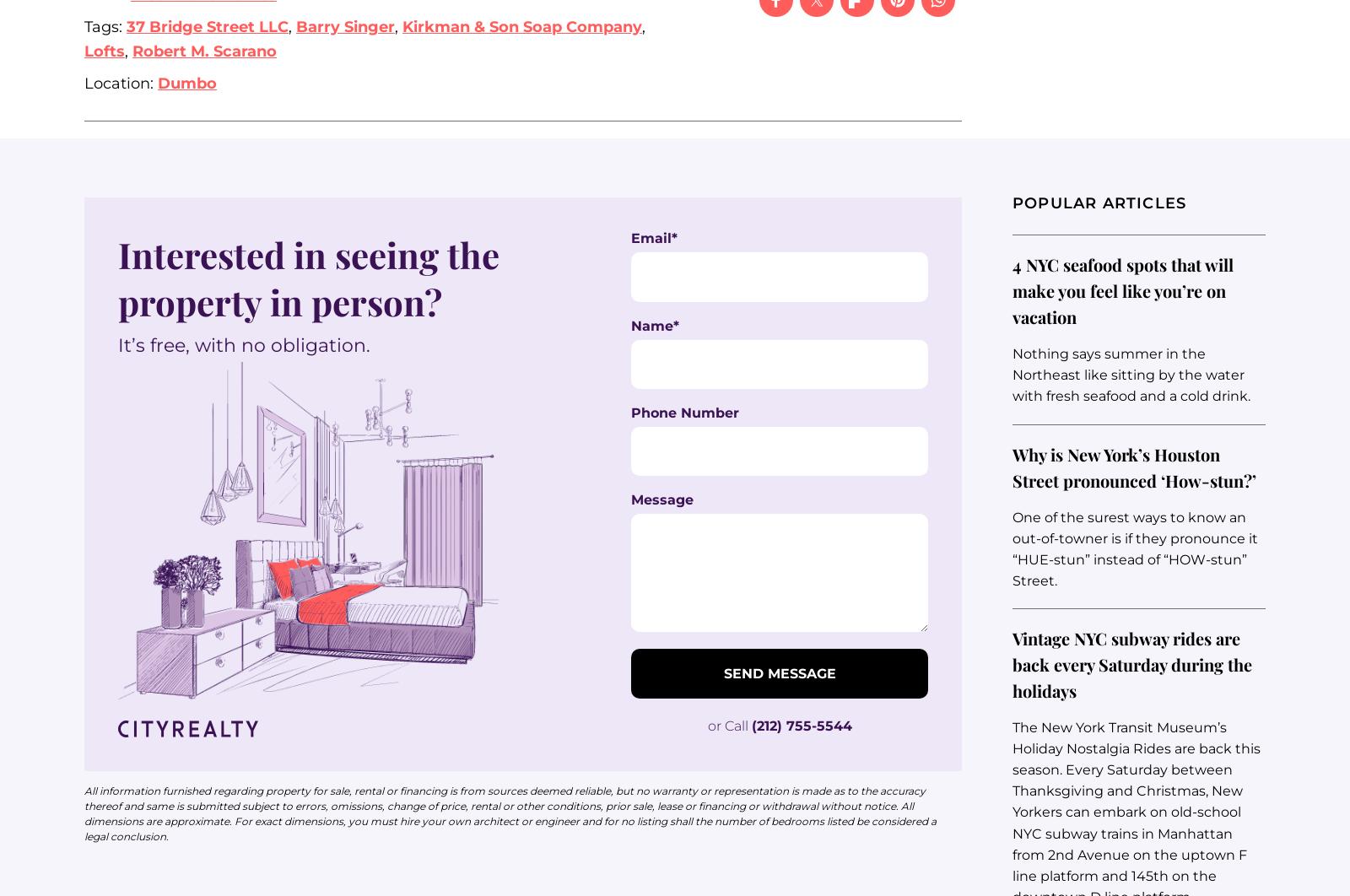  Describe the element at coordinates (244, 344) in the screenshot. I see `'It’s free, with no obligation.'` at that location.